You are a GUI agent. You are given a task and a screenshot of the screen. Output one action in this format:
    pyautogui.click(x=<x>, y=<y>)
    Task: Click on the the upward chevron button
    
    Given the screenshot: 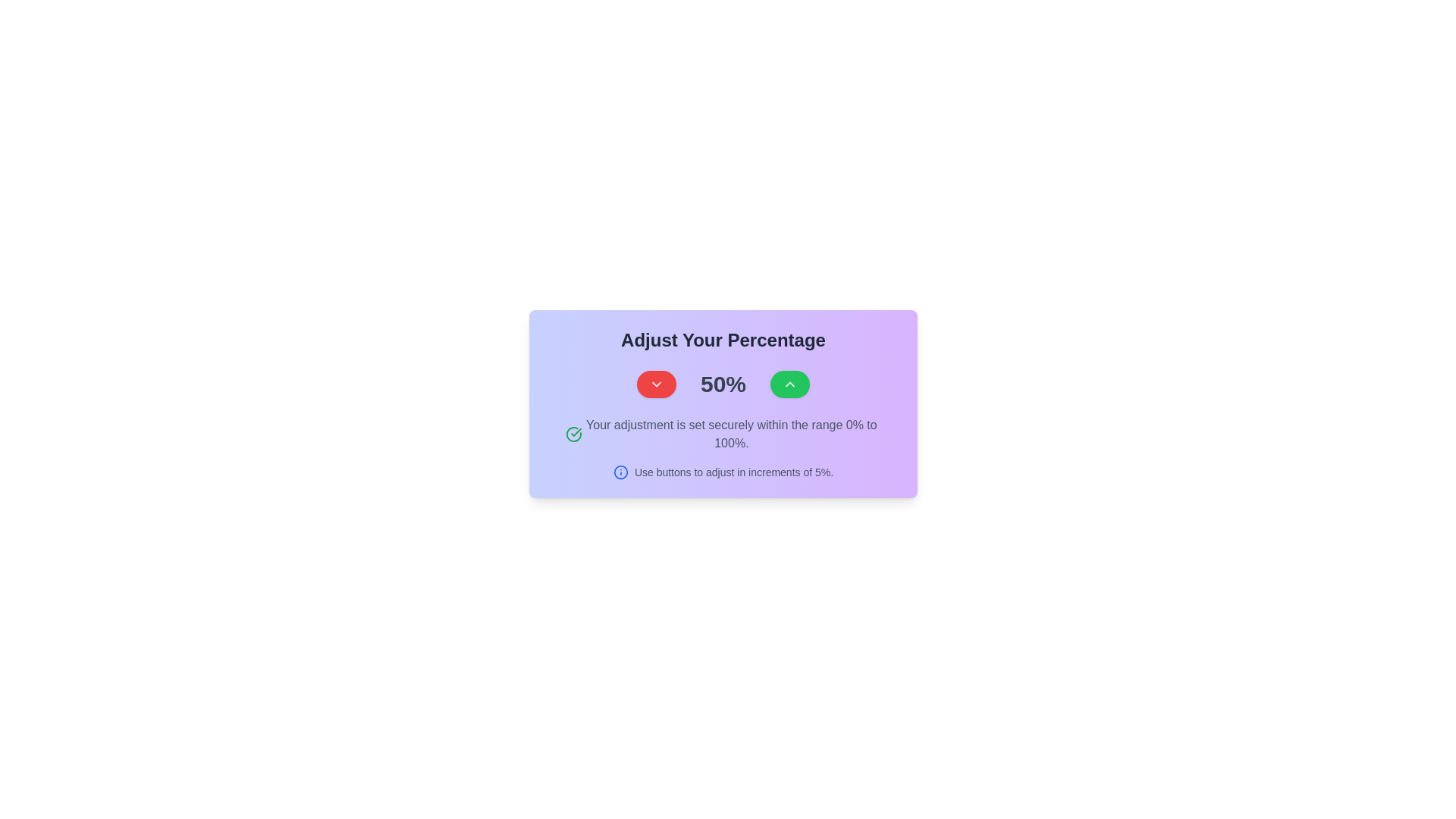 What is the action you would take?
    pyautogui.click(x=789, y=383)
    